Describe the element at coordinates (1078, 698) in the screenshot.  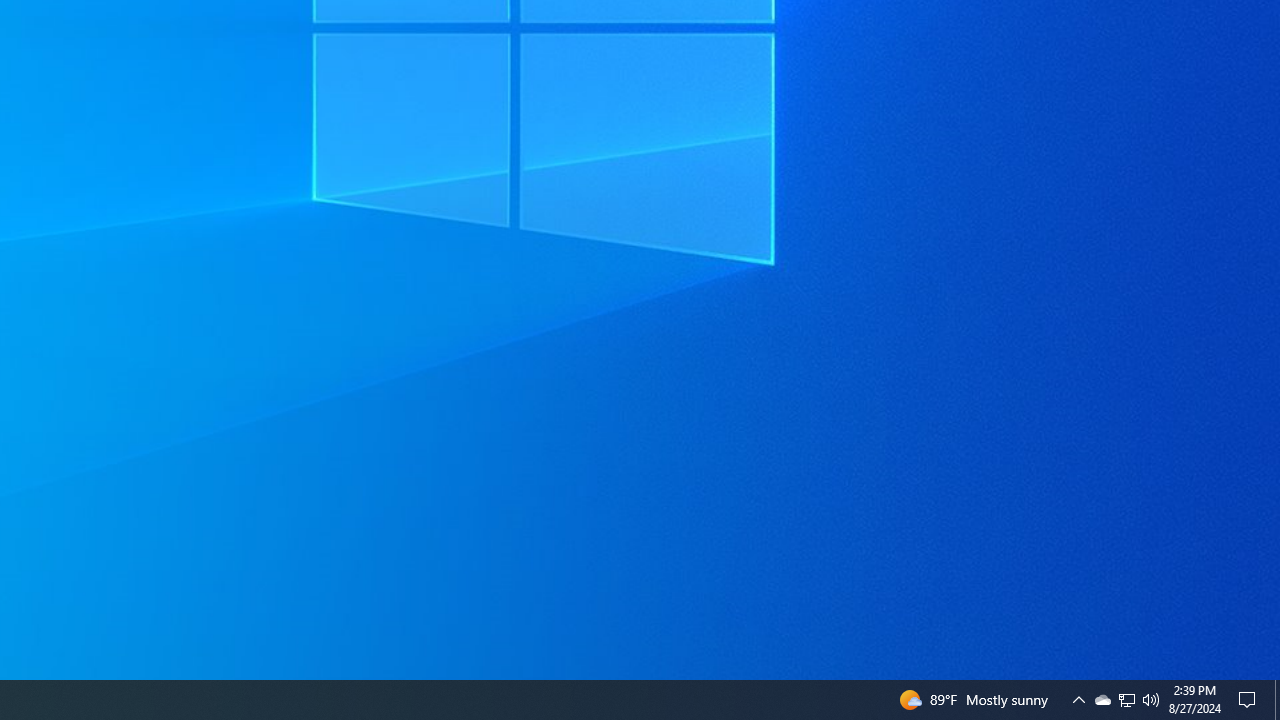
I see `'Notification Chevron'` at that location.